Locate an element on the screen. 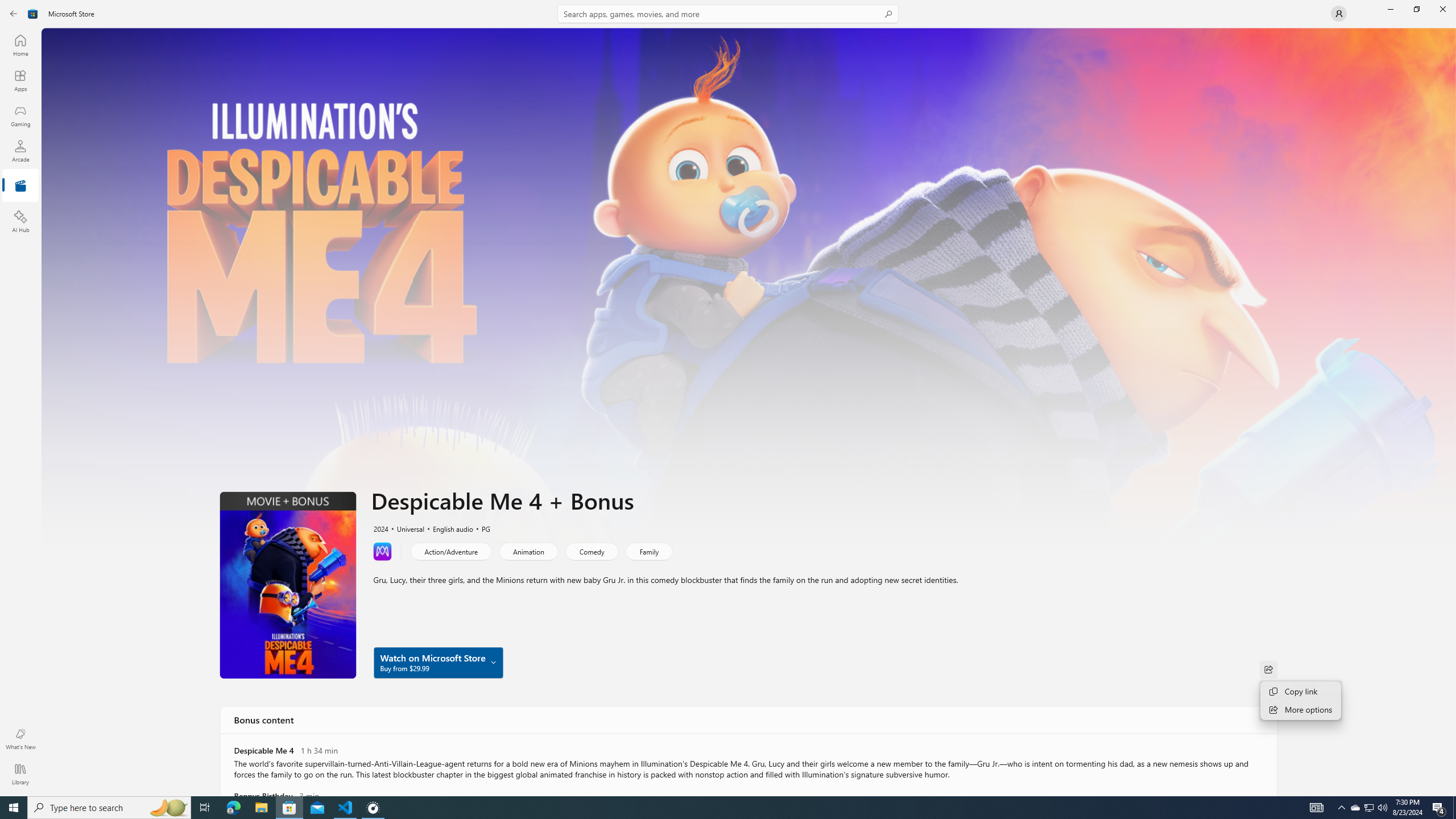  'Share' is located at coordinates (1268, 668).